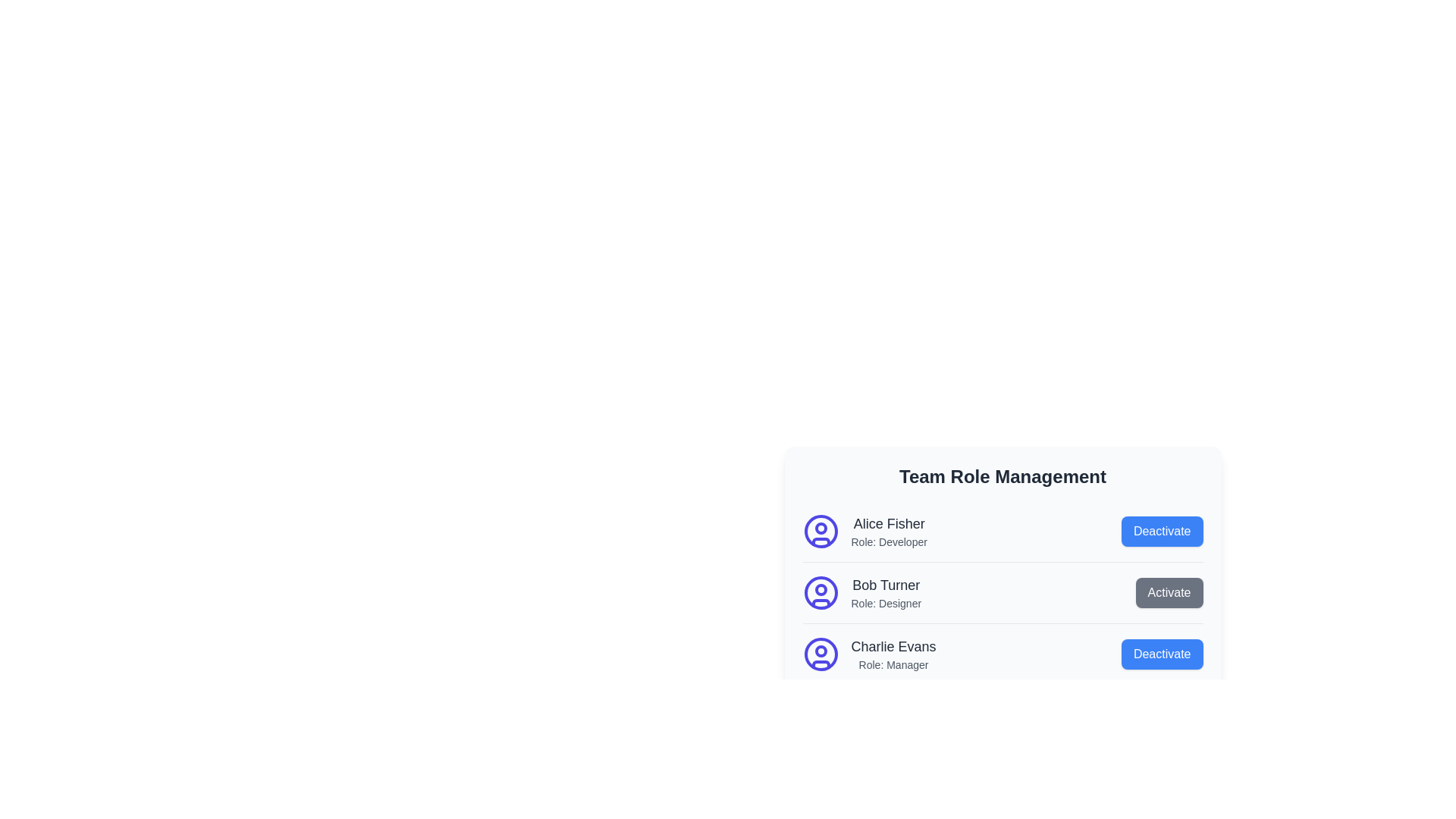 The image size is (1456, 819). I want to click on the Text Label displaying 'Role: Designer', which is styled in gray and positioned below the name 'Bob Turner' in the Team Role Management list, so click(886, 602).